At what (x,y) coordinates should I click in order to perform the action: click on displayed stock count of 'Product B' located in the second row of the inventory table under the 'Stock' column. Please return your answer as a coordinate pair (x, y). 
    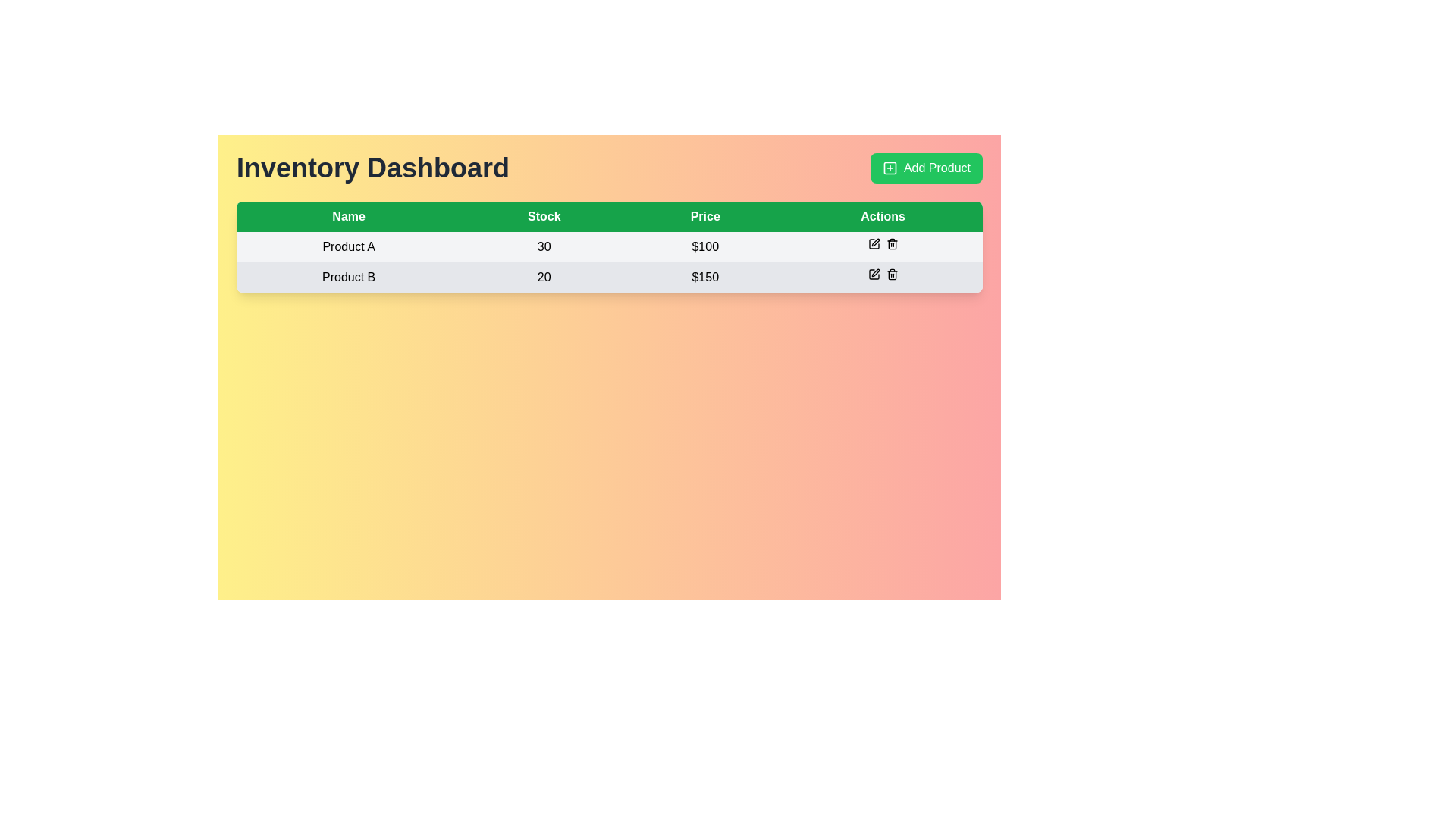
    Looking at the image, I should click on (544, 278).